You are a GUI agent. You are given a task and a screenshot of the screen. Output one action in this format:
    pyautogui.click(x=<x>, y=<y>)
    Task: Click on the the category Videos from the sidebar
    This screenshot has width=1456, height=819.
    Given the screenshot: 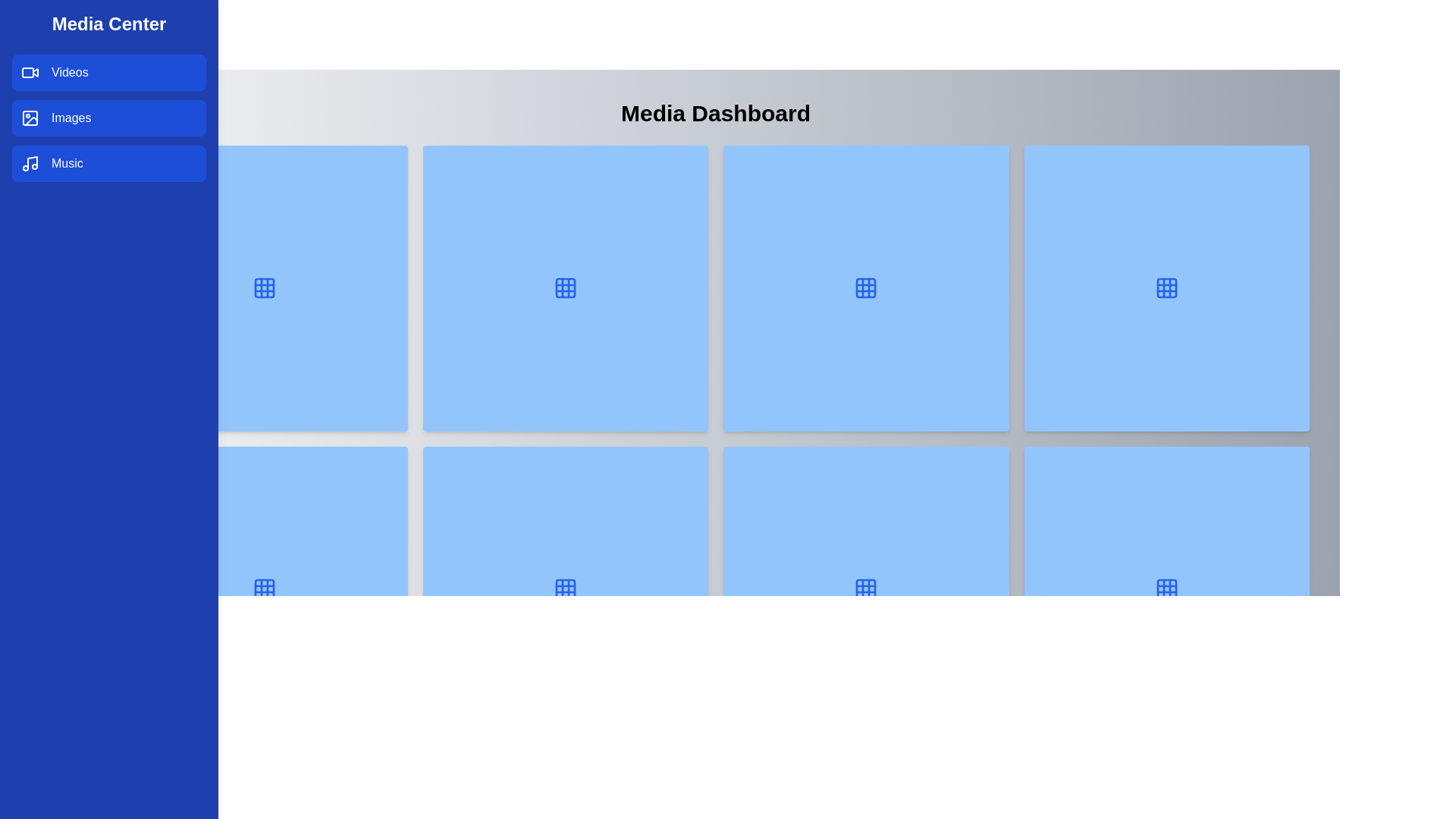 What is the action you would take?
    pyautogui.click(x=108, y=73)
    